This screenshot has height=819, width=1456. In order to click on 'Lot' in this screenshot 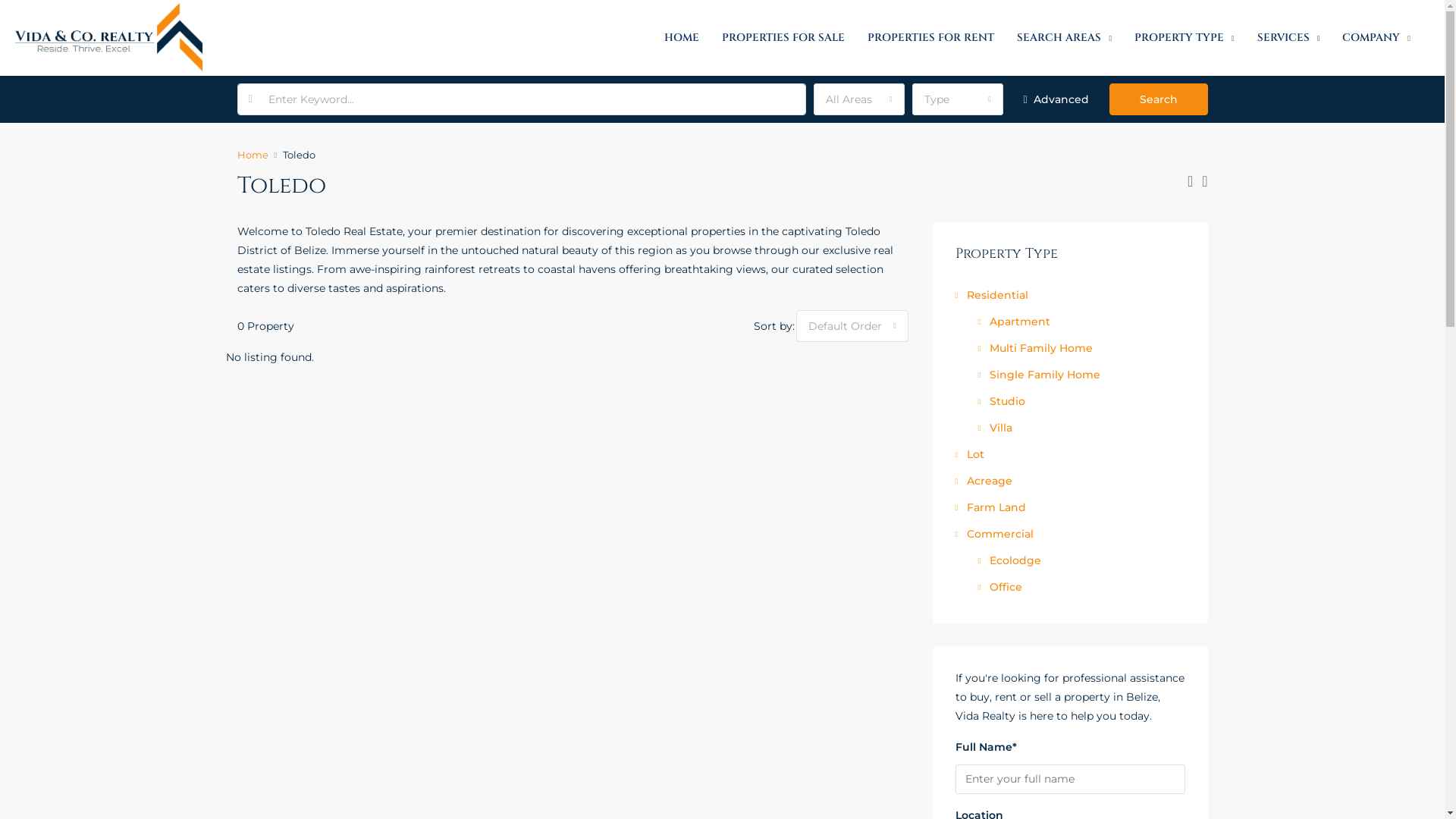, I will do `click(968, 453)`.